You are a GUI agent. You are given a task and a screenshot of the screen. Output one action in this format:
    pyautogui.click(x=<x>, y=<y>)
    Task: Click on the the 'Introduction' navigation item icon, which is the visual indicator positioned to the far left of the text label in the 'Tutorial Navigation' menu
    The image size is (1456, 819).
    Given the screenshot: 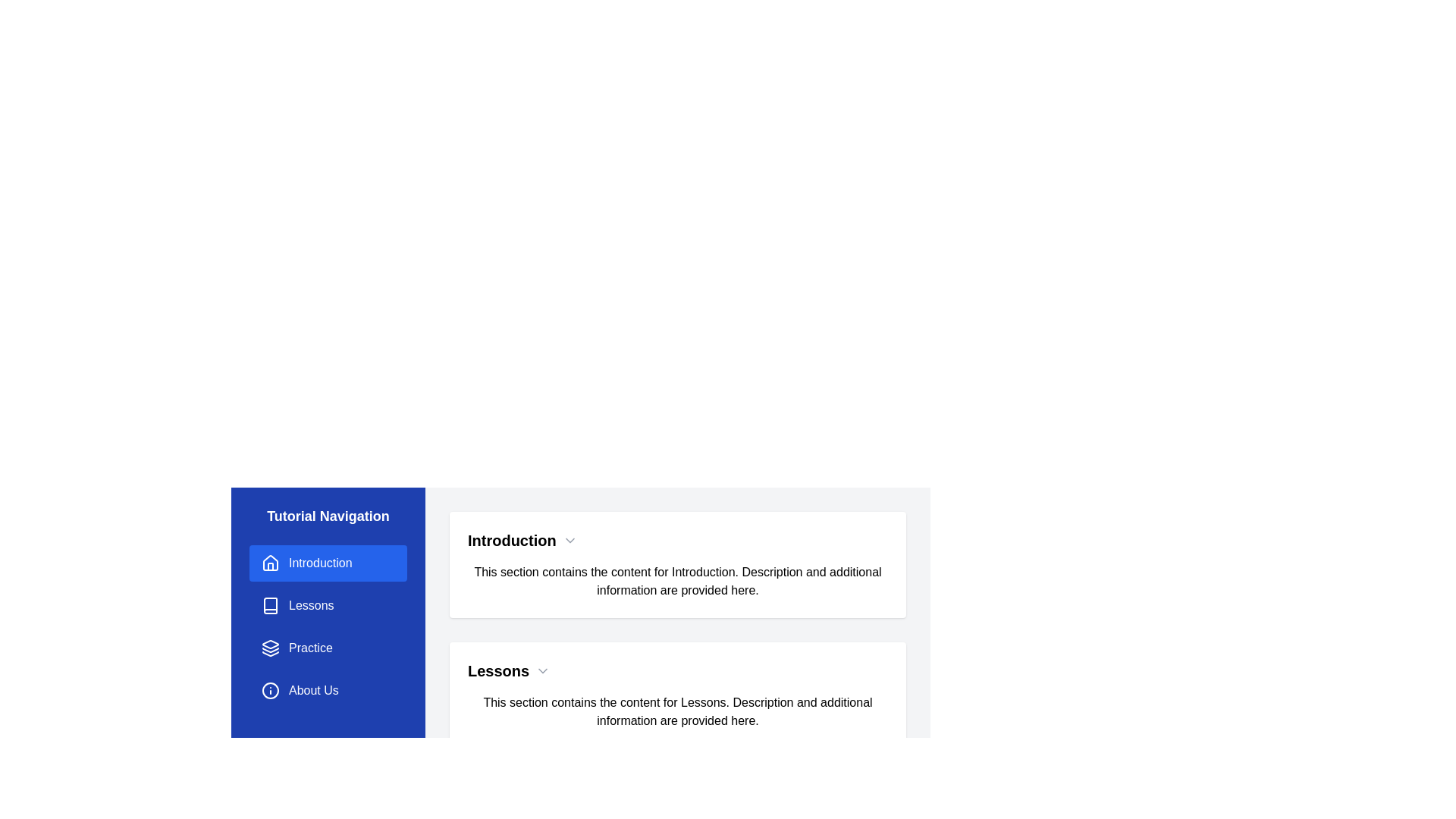 What is the action you would take?
    pyautogui.click(x=270, y=563)
    